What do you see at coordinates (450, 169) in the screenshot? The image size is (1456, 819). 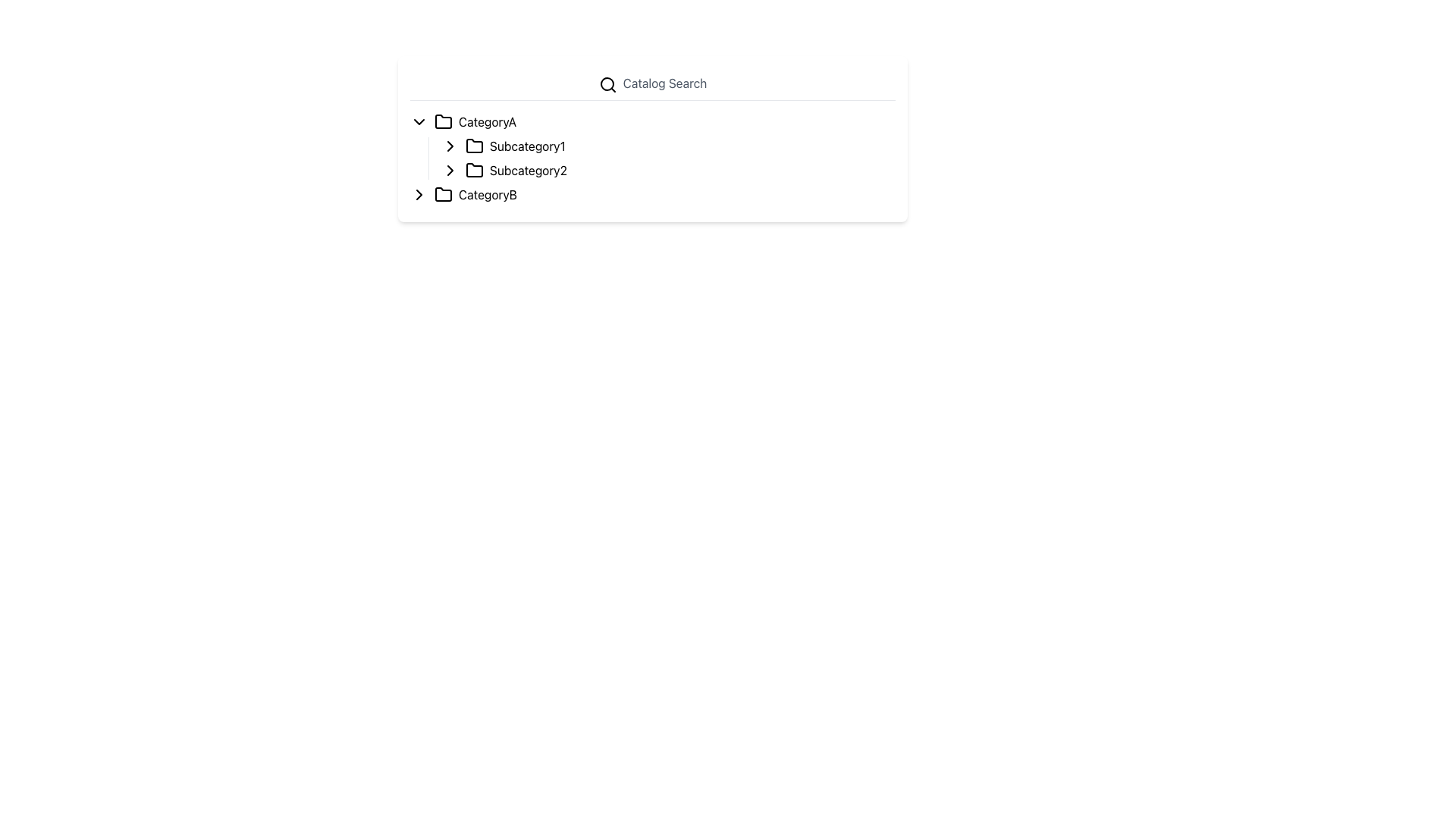 I see `the right-facing chevron arrow icon that indicates expandable content, located adjacent to the text label 'Subcategory2' under the second subcategory of 'CategoryA'` at bounding box center [450, 169].